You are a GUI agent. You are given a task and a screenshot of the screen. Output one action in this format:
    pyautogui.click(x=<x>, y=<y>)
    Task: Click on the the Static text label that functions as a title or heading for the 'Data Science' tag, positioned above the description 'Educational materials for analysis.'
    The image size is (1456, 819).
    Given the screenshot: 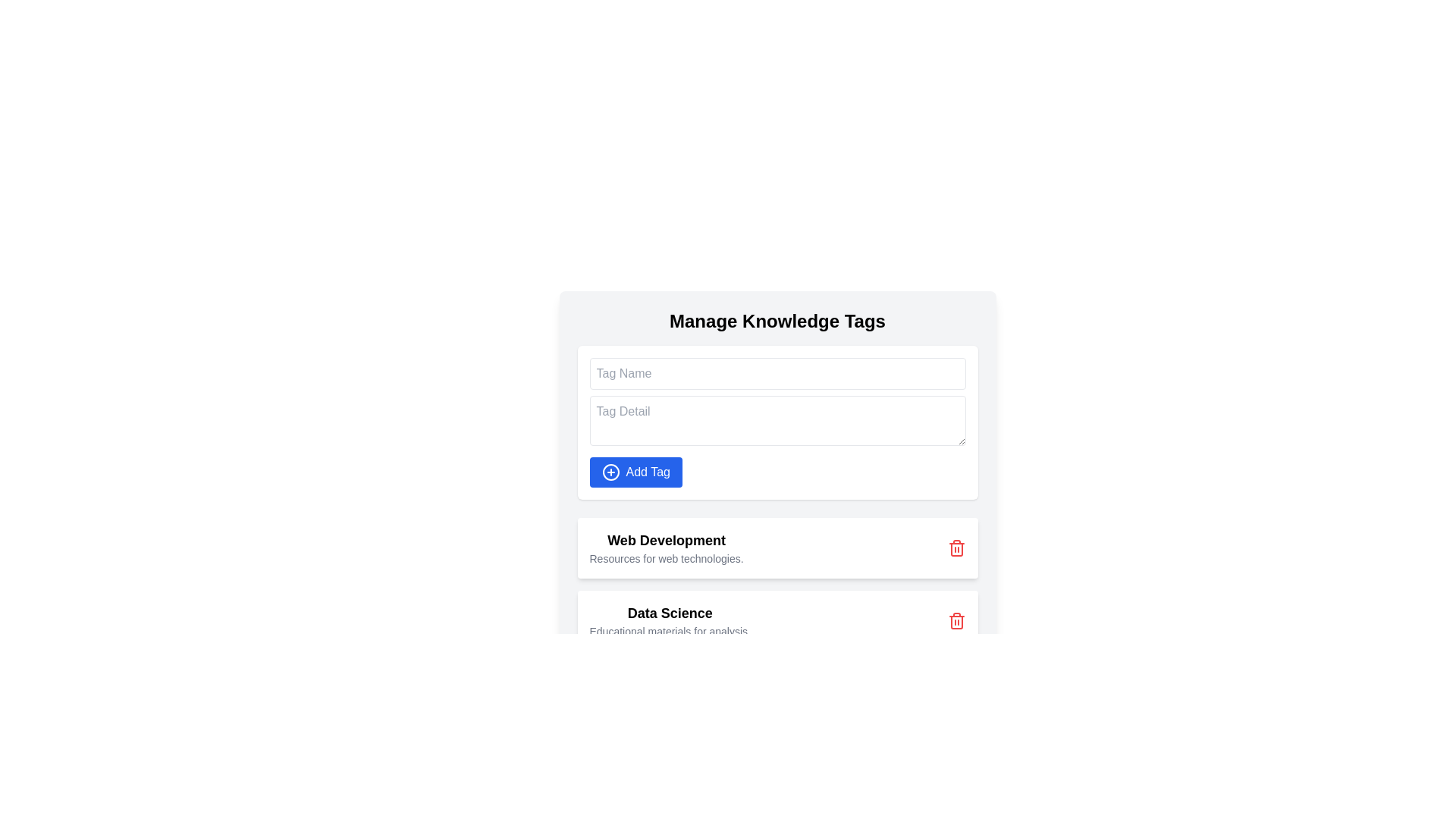 What is the action you would take?
    pyautogui.click(x=669, y=613)
    